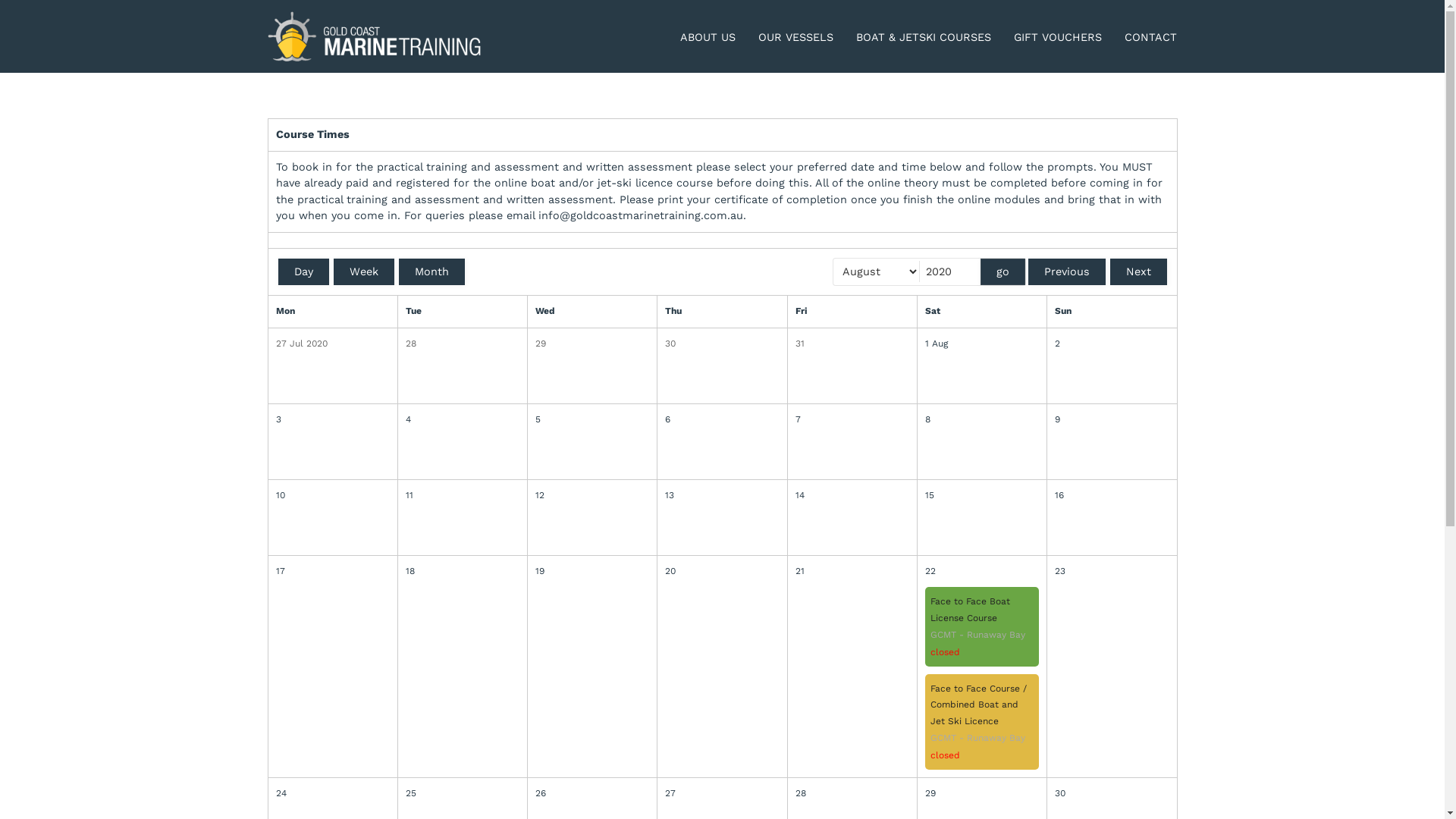  What do you see at coordinates (431, 271) in the screenshot?
I see `'Month'` at bounding box center [431, 271].